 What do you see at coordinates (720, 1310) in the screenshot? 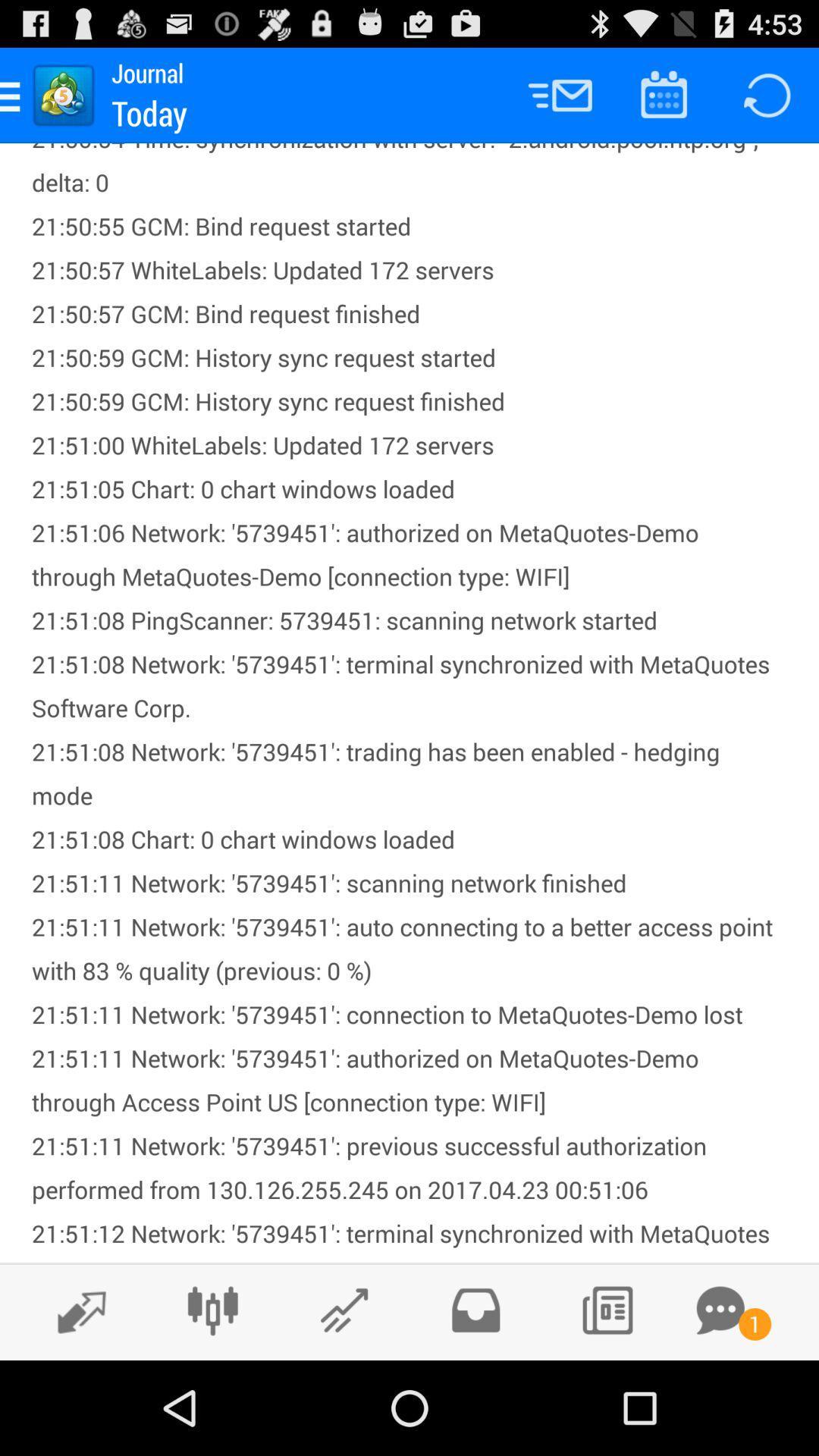
I see `share comments` at bounding box center [720, 1310].